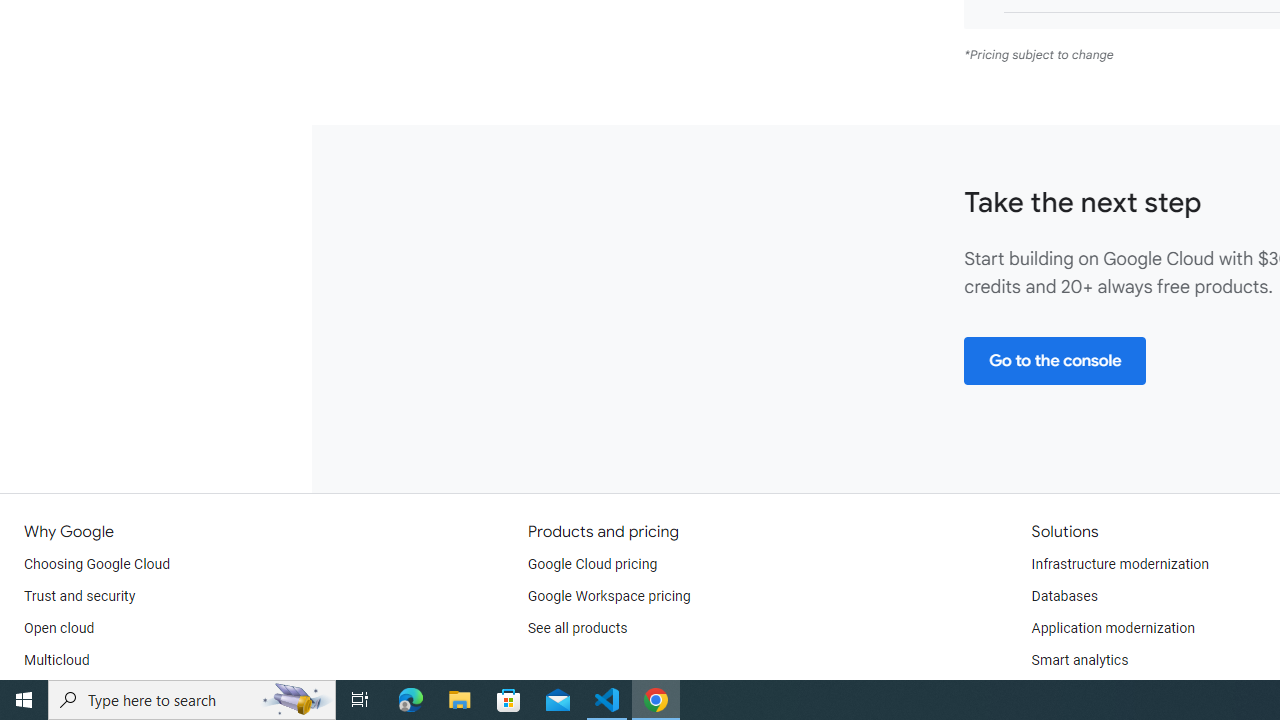 Image resolution: width=1280 pixels, height=720 pixels. I want to click on 'Infrastructure modernization', so click(1120, 564).